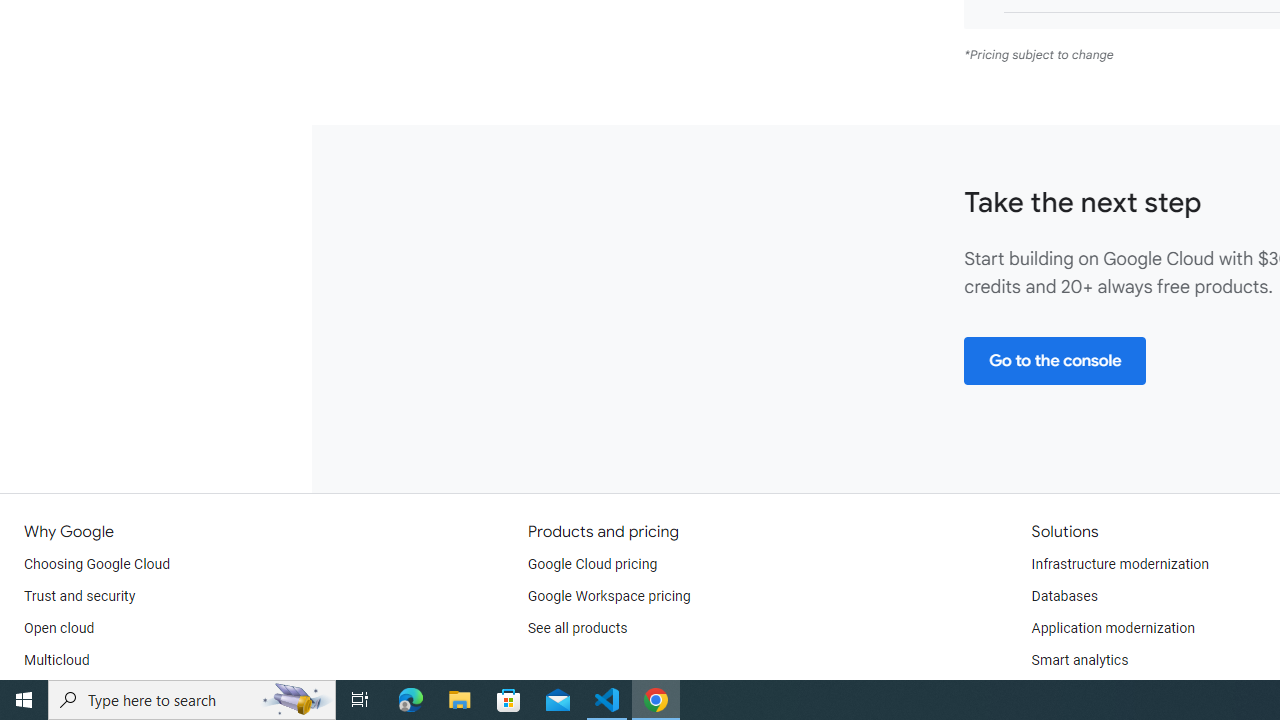 Image resolution: width=1280 pixels, height=720 pixels. I want to click on 'Infrastructure modernization', so click(1120, 564).